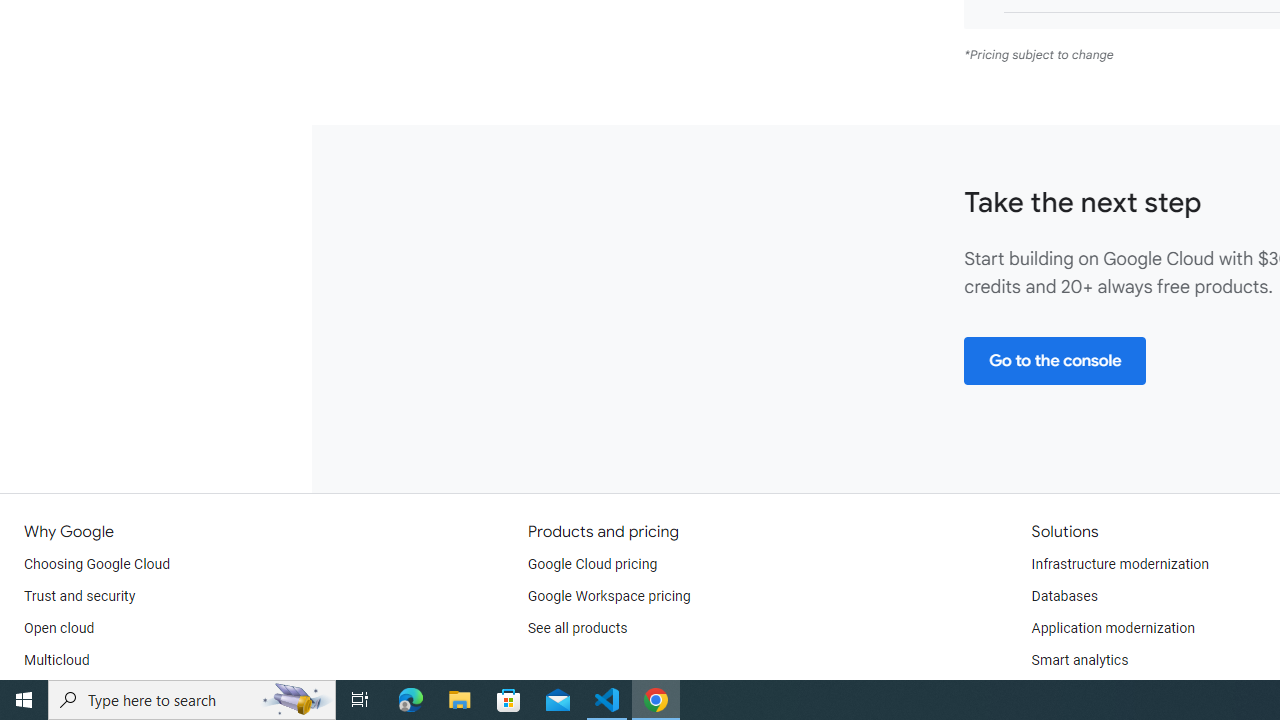 Image resolution: width=1280 pixels, height=720 pixels. I want to click on 'Infrastructure modernization', so click(1120, 564).